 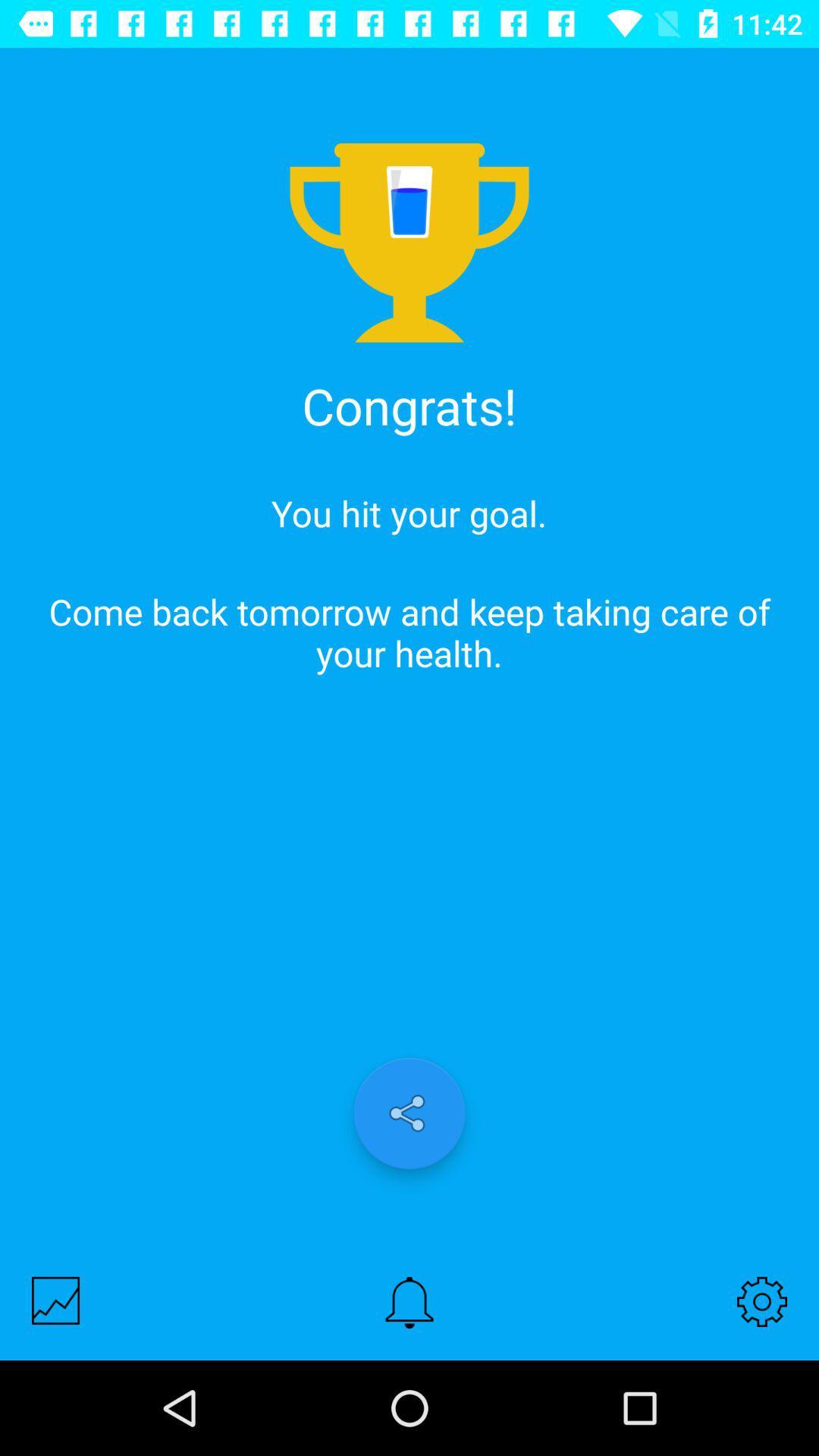 I want to click on the check icon, so click(x=55, y=1300).